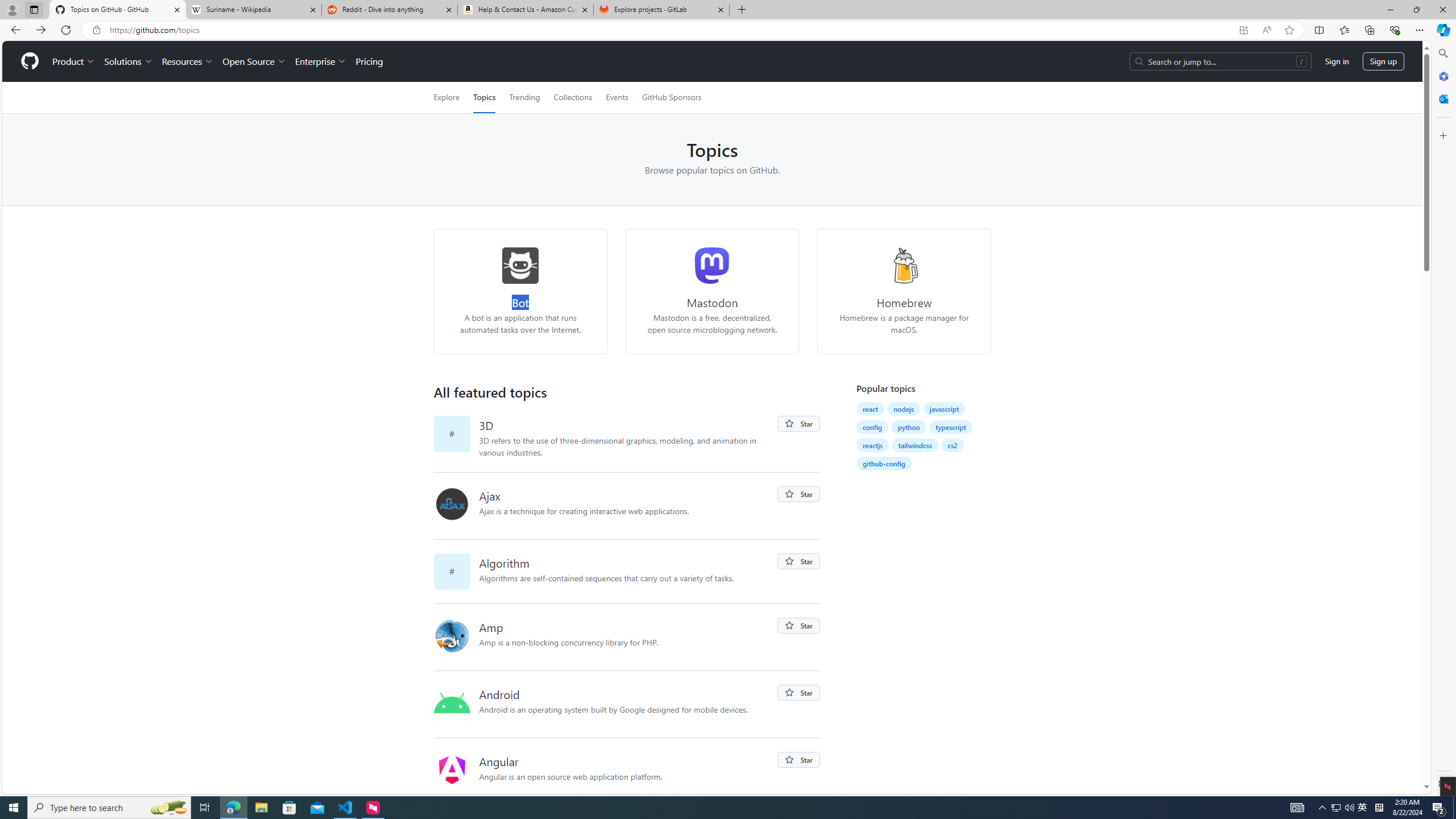 Image resolution: width=1456 pixels, height=819 pixels. What do you see at coordinates (127, 61) in the screenshot?
I see `'Solutions'` at bounding box center [127, 61].